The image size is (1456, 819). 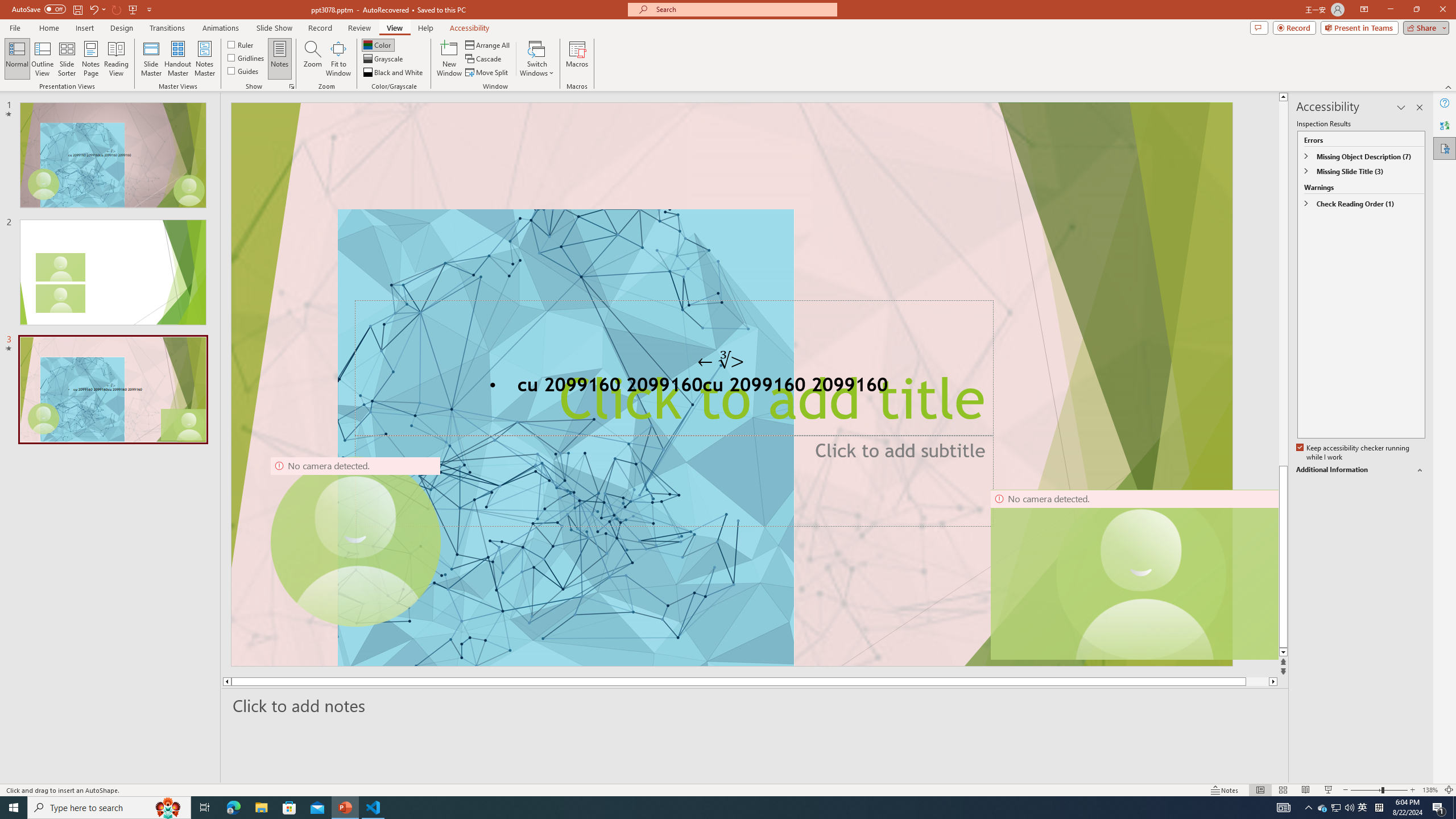 I want to click on 'Collapse the Ribbon', so click(x=1449, y=87).